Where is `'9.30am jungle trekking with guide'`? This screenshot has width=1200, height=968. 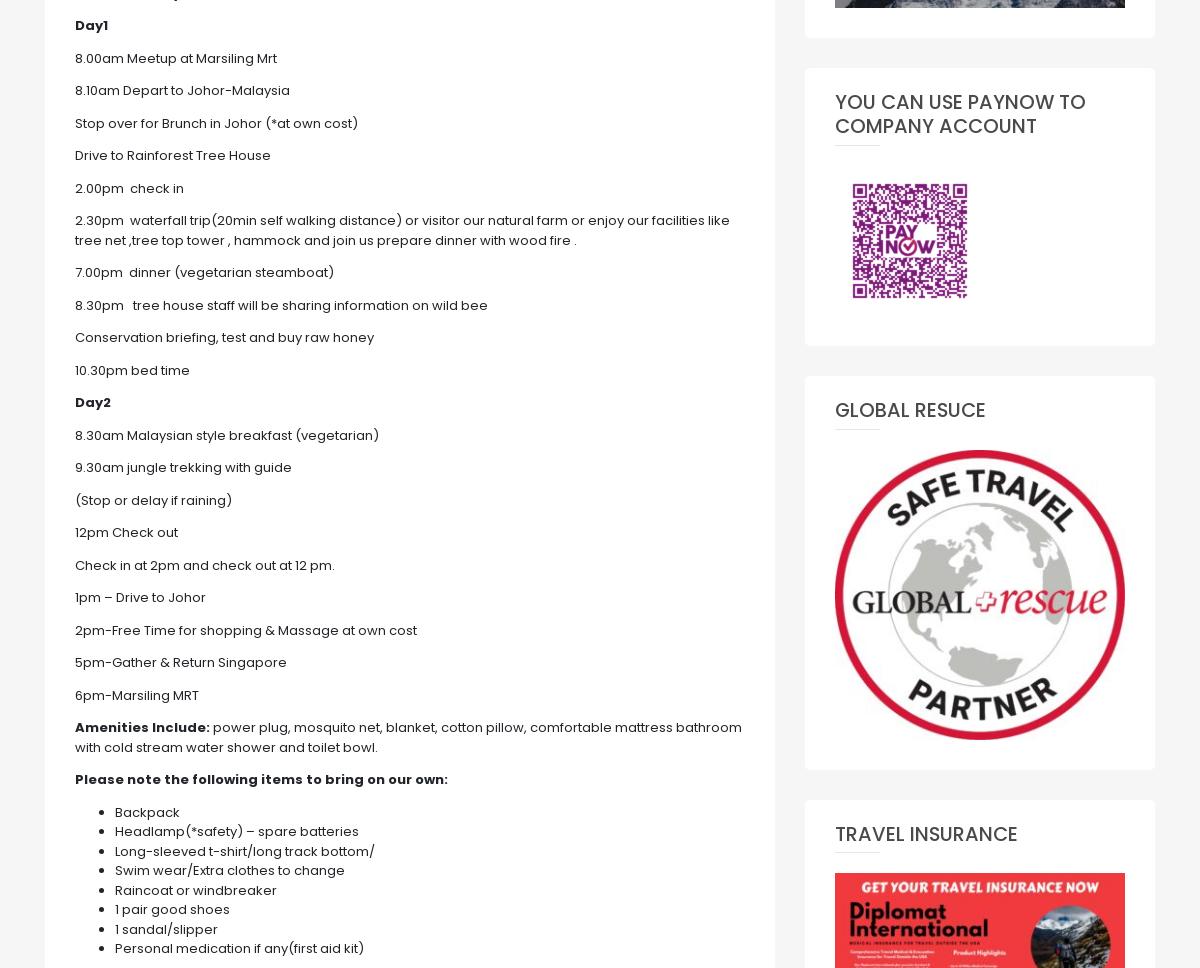
'9.30am jungle trekking with guide' is located at coordinates (182, 466).